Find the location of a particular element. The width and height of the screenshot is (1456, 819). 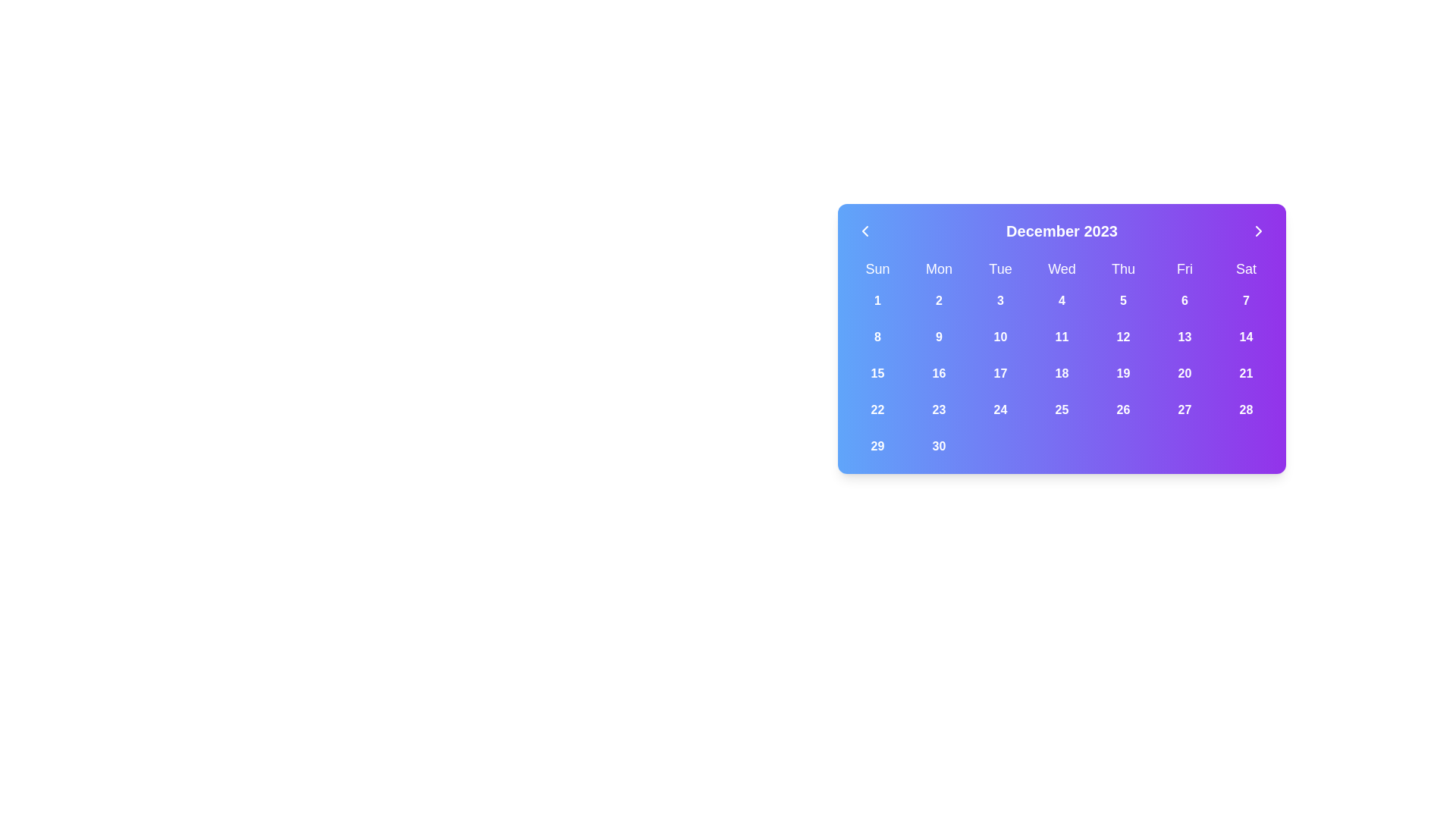

the text label displaying 'Mon', which is the second weekday header in a calendar view, styled in bold and large white text against a gradient blue and purple background is located at coordinates (938, 268).